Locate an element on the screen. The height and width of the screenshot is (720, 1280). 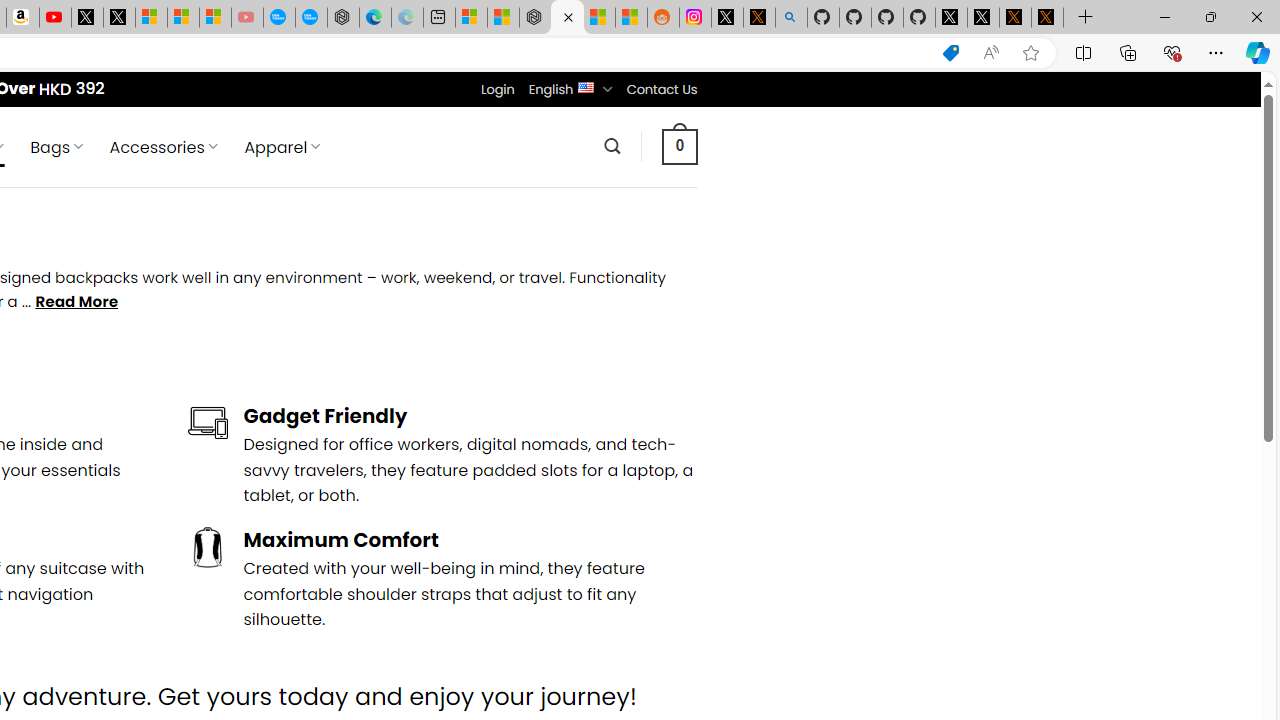
'This site has coupons! Shopping in Microsoft Edge' is located at coordinates (950, 52).